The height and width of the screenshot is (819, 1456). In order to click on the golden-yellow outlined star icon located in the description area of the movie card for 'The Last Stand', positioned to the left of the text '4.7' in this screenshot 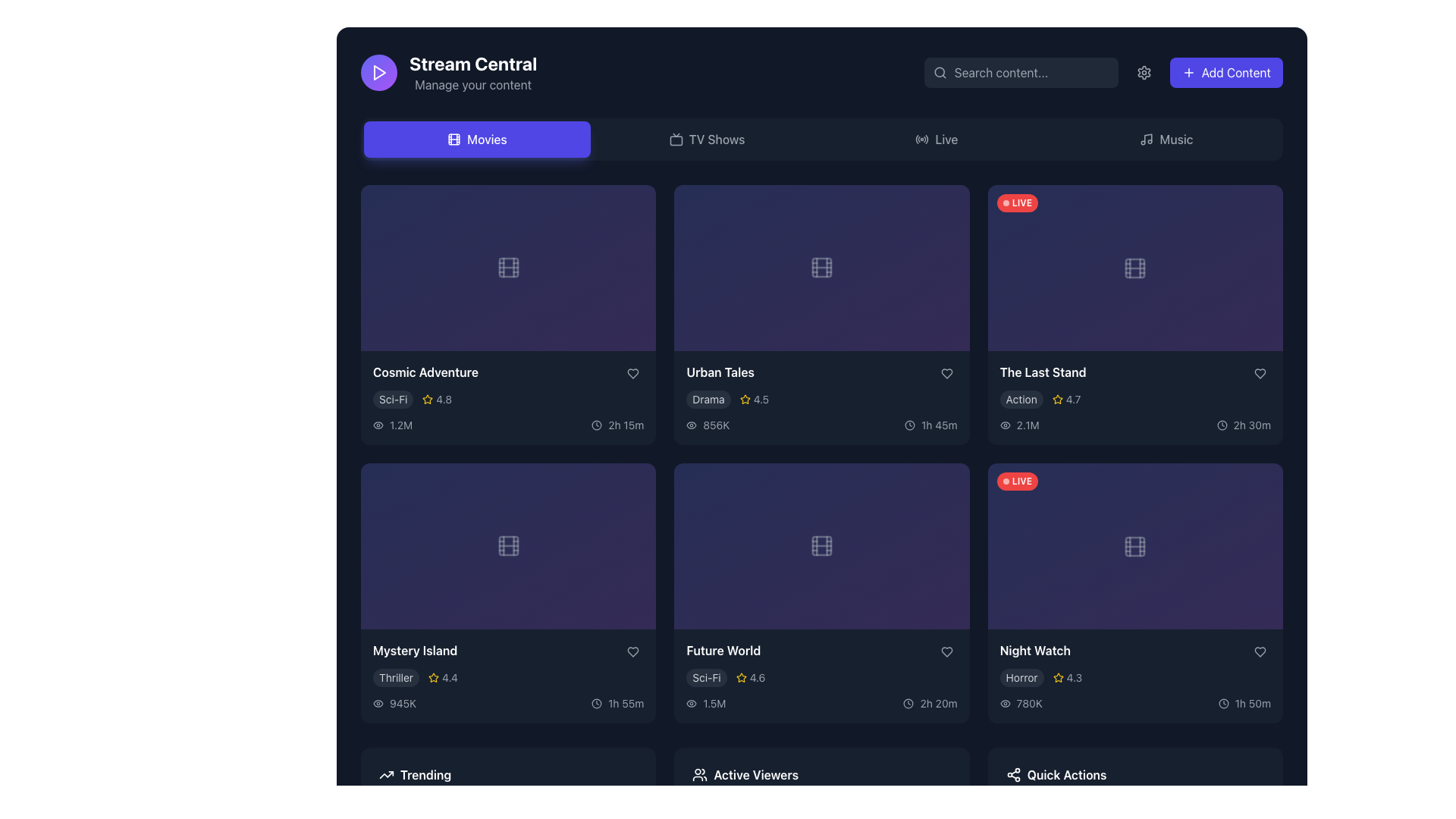, I will do `click(1056, 399)`.